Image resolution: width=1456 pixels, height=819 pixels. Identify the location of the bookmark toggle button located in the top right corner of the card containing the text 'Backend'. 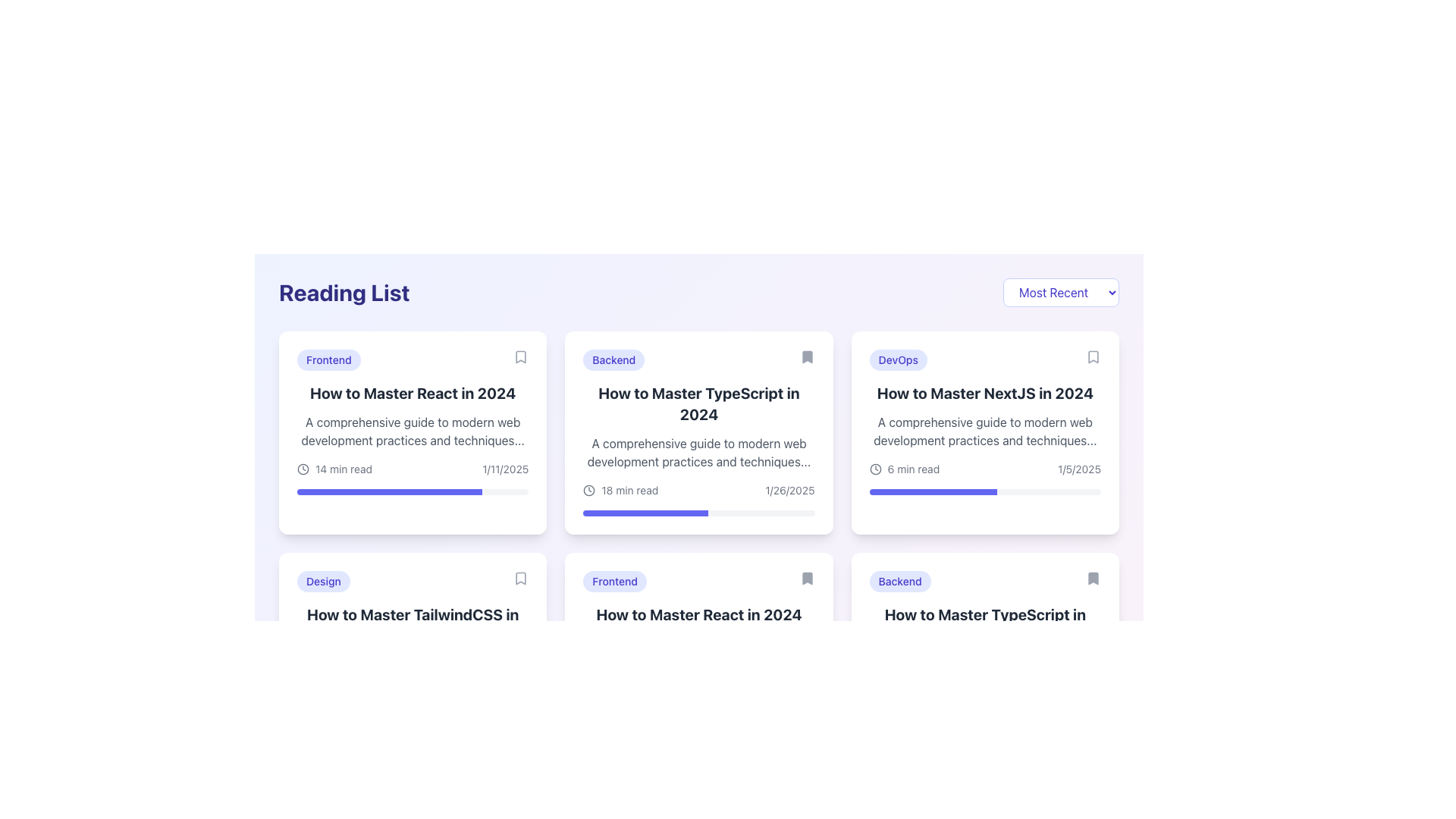
(806, 356).